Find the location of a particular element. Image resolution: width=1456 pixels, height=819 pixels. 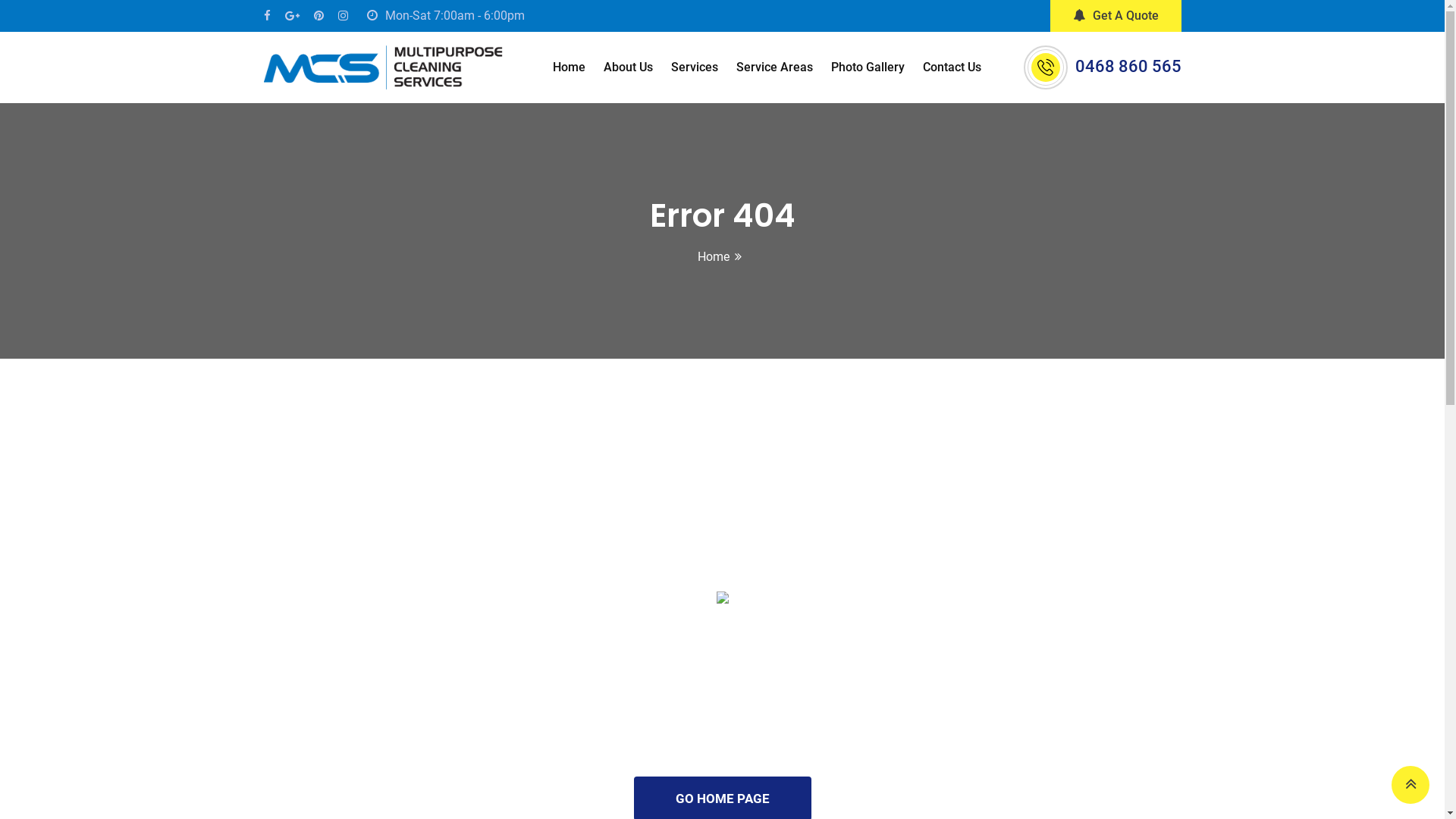

'Home' is located at coordinates (712, 256).